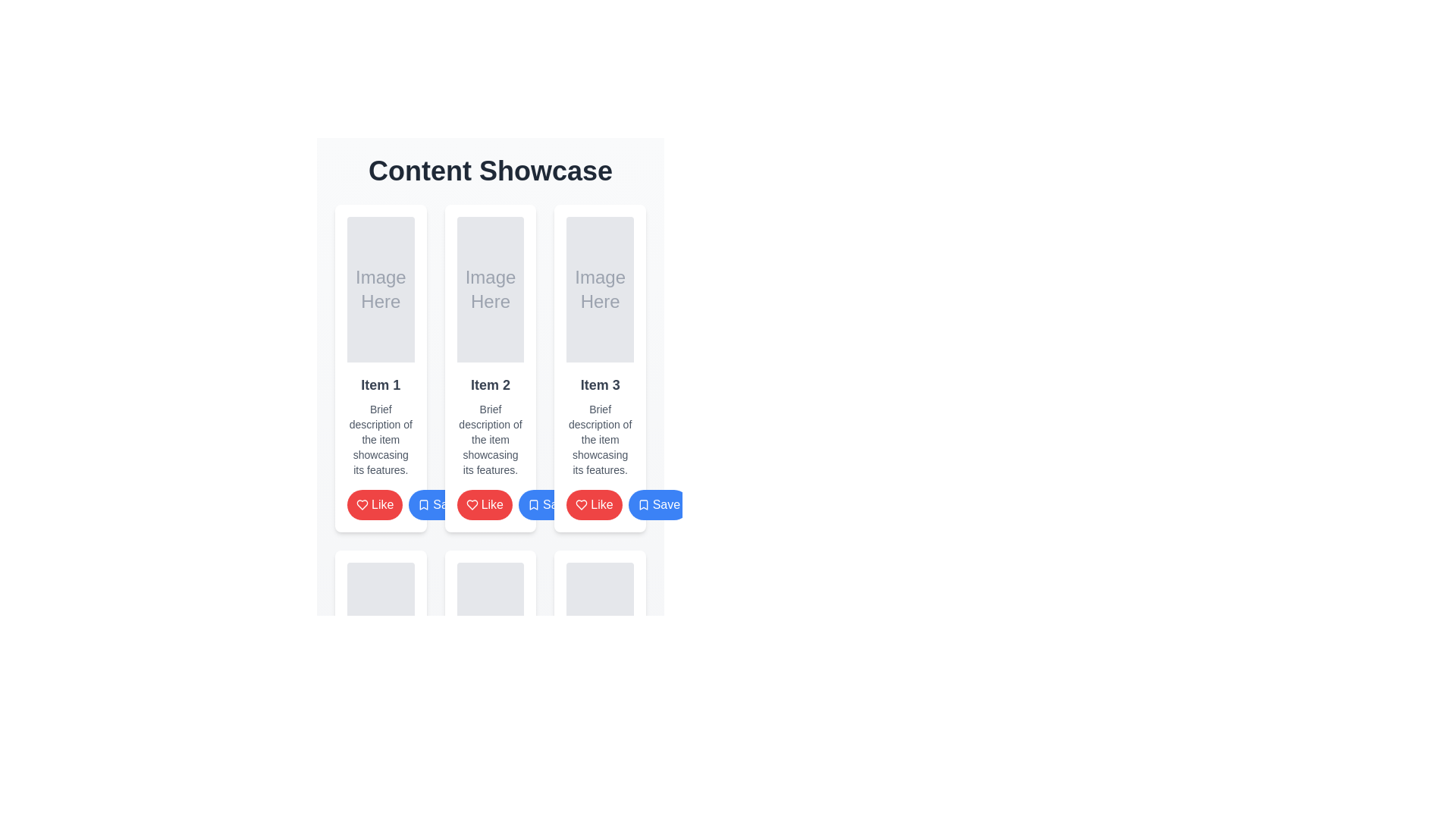  I want to click on the text label displaying 'Image Here' which is styled in gray color and located at the top section of the first card in a horizontally aligned list of cards, directly above 'Item 1', so click(381, 289).